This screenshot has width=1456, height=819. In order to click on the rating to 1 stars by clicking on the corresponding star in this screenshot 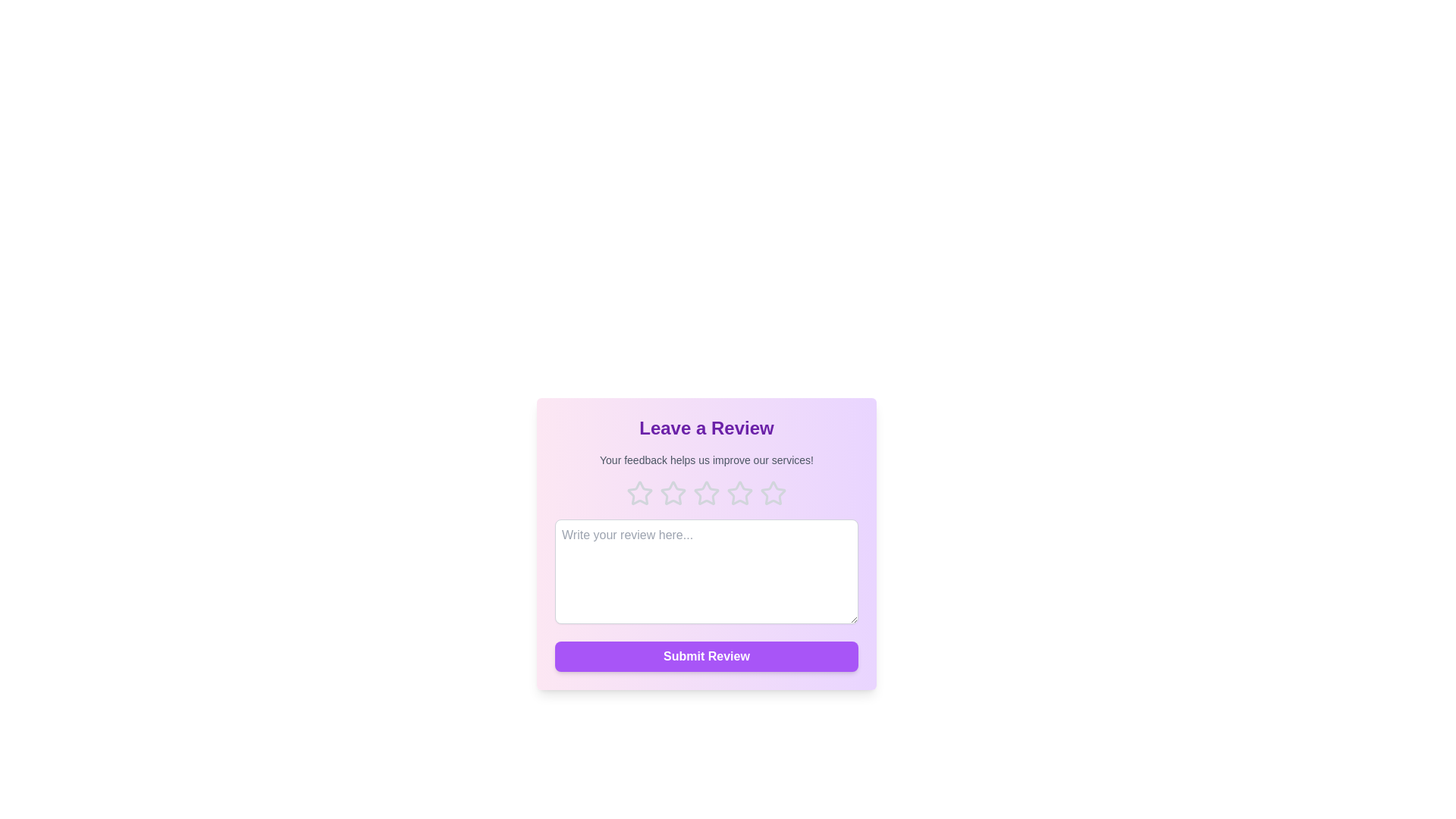, I will do `click(640, 494)`.